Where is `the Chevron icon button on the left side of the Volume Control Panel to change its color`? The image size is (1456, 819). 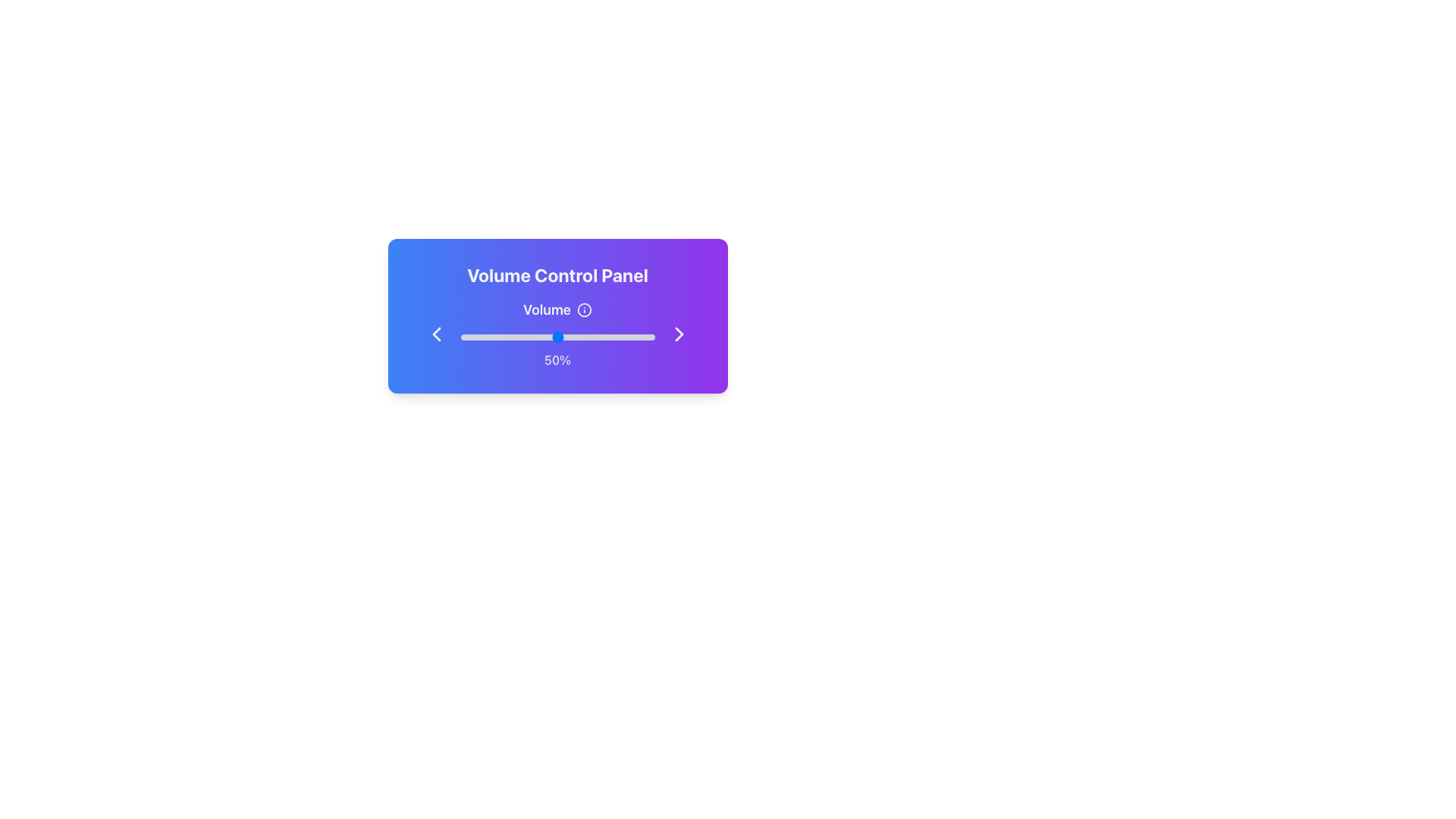 the Chevron icon button on the left side of the Volume Control Panel to change its color is located at coordinates (435, 333).